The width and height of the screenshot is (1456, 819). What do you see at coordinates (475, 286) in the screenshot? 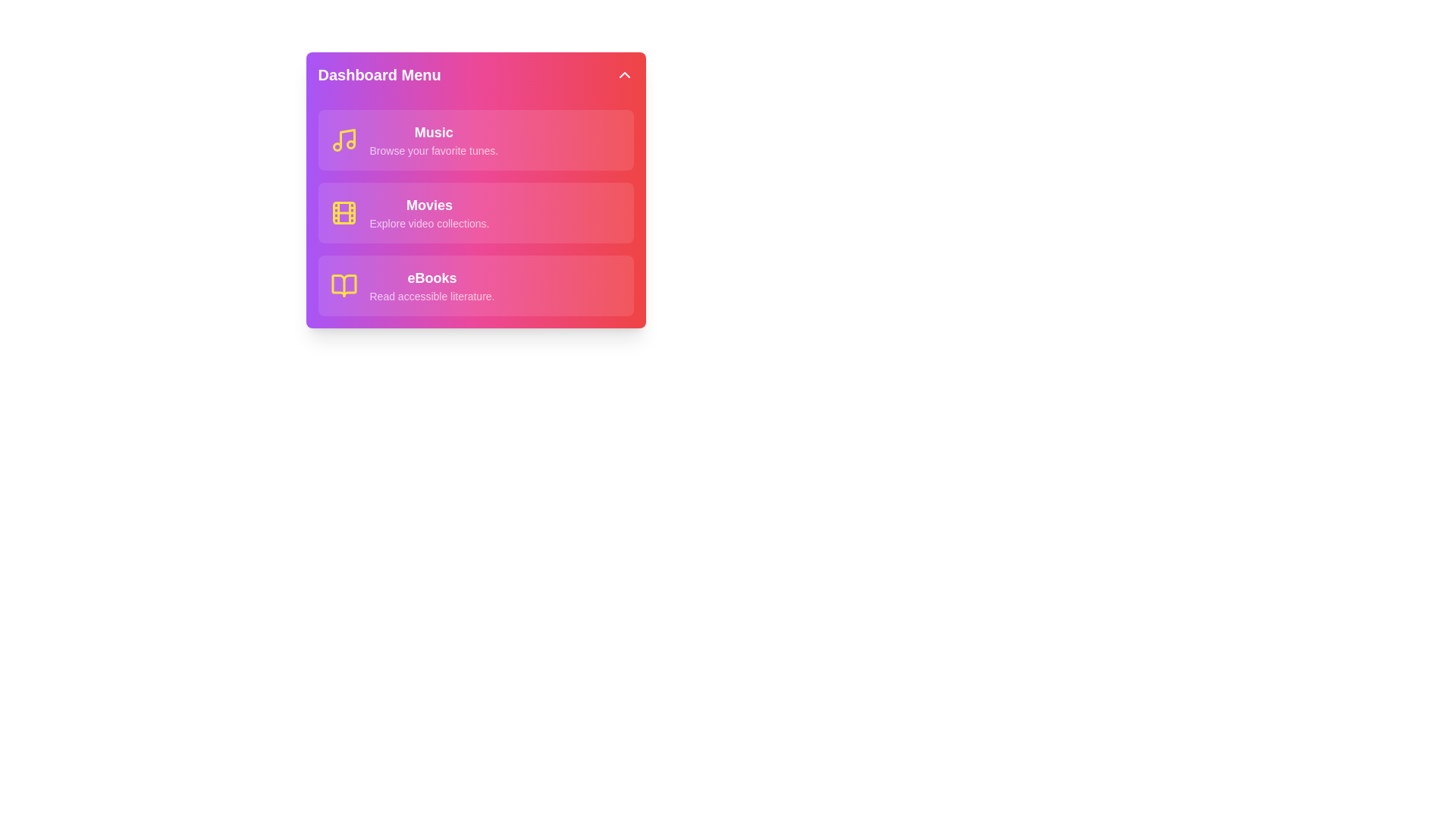
I see `the menu item eBooks to see the hover effect` at bounding box center [475, 286].